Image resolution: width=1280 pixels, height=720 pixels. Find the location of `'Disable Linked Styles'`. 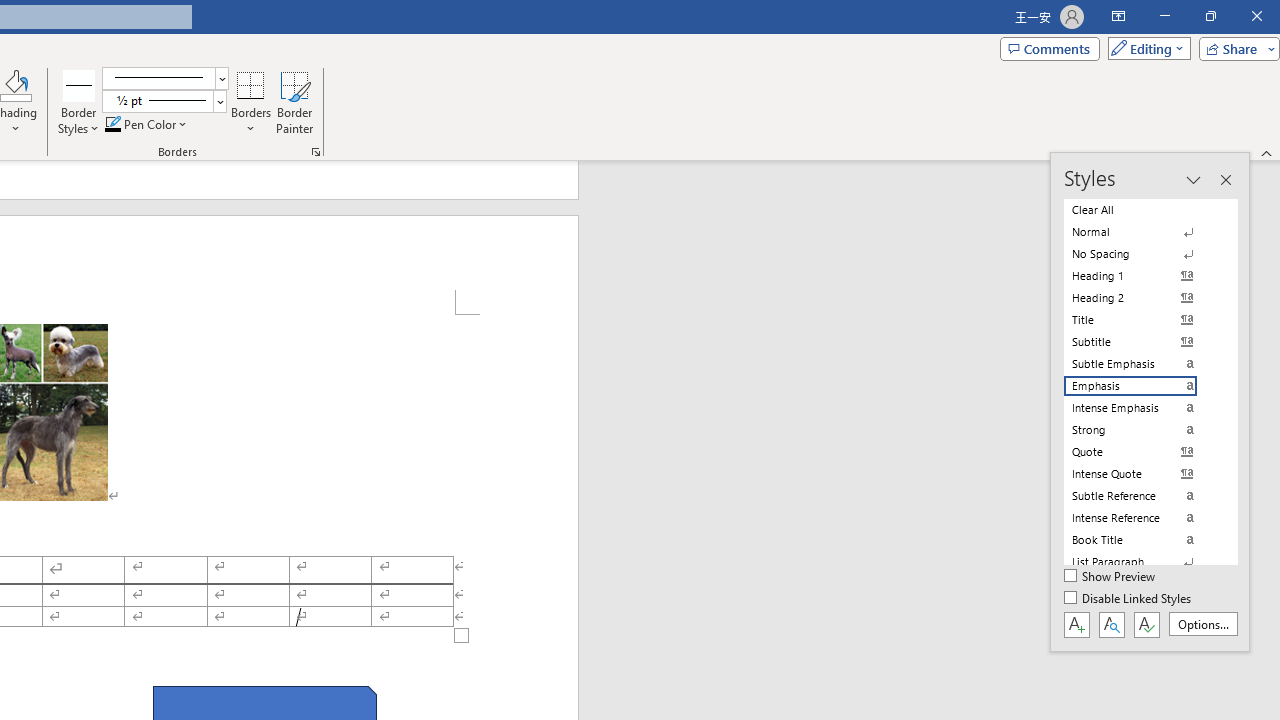

'Disable Linked Styles' is located at coordinates (1129, 598).